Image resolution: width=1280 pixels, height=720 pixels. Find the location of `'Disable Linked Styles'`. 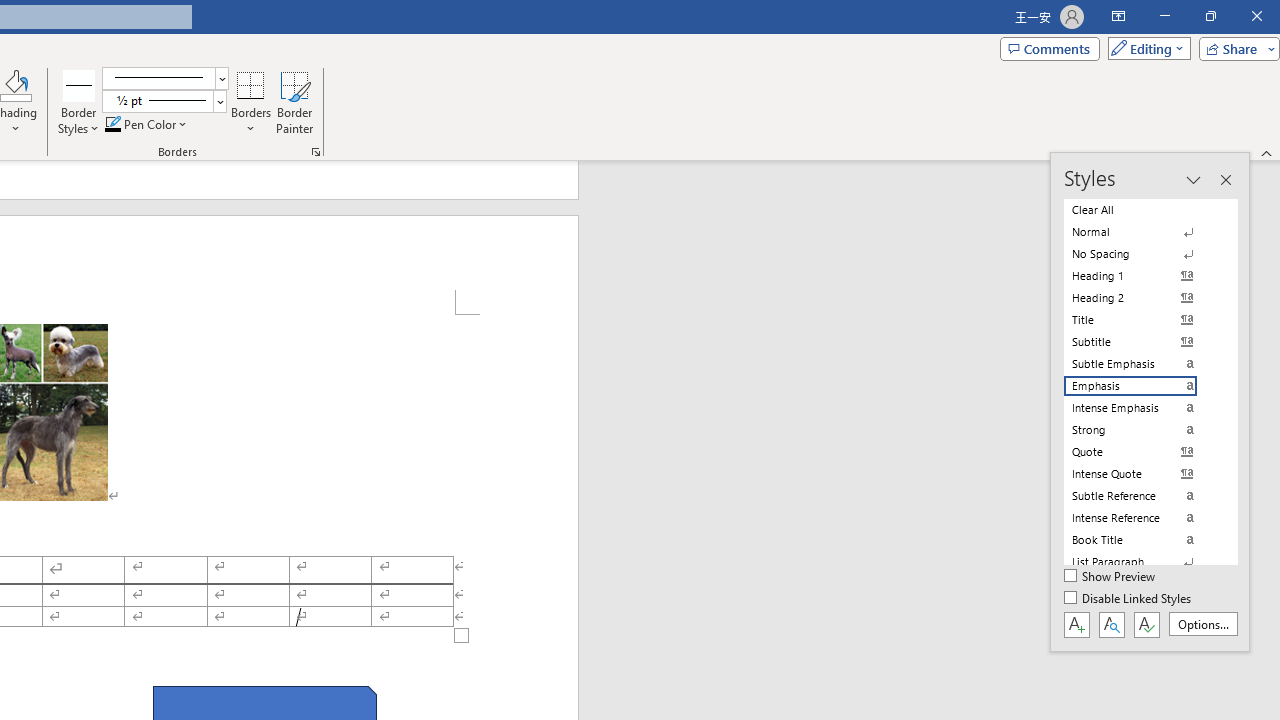

'Disable Linked Styles' is located at coordinates (1129, 598).